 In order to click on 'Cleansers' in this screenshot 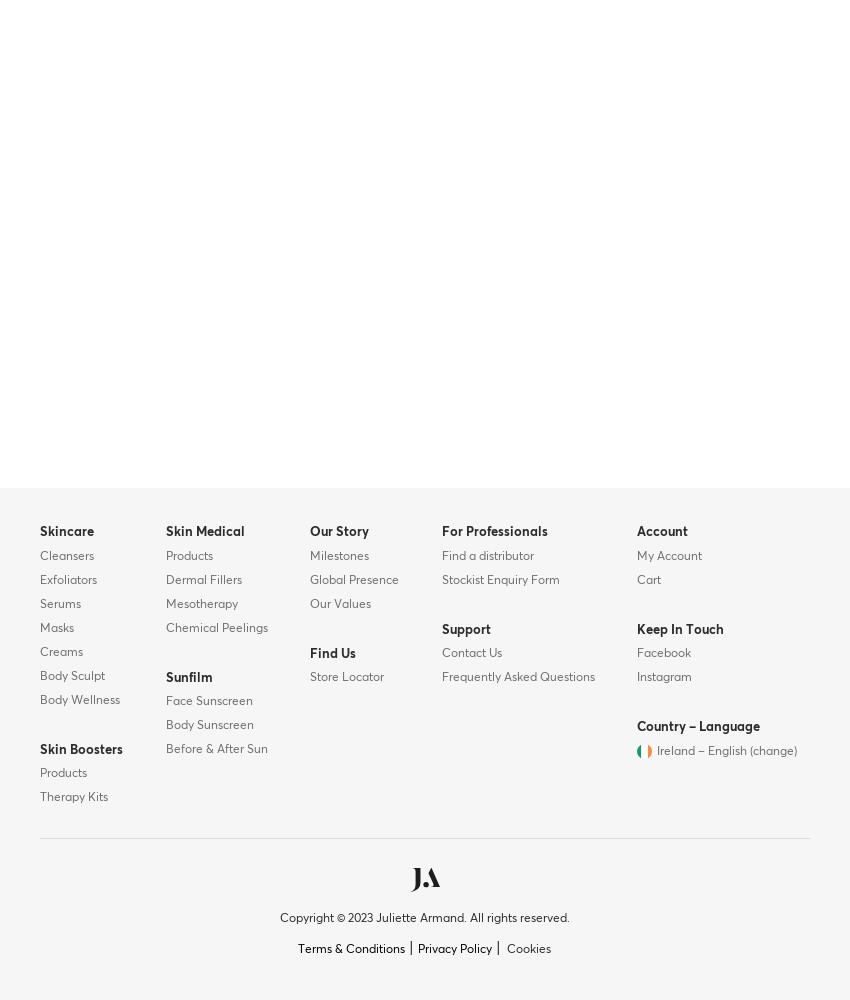, I will do `click(66, 556)`.